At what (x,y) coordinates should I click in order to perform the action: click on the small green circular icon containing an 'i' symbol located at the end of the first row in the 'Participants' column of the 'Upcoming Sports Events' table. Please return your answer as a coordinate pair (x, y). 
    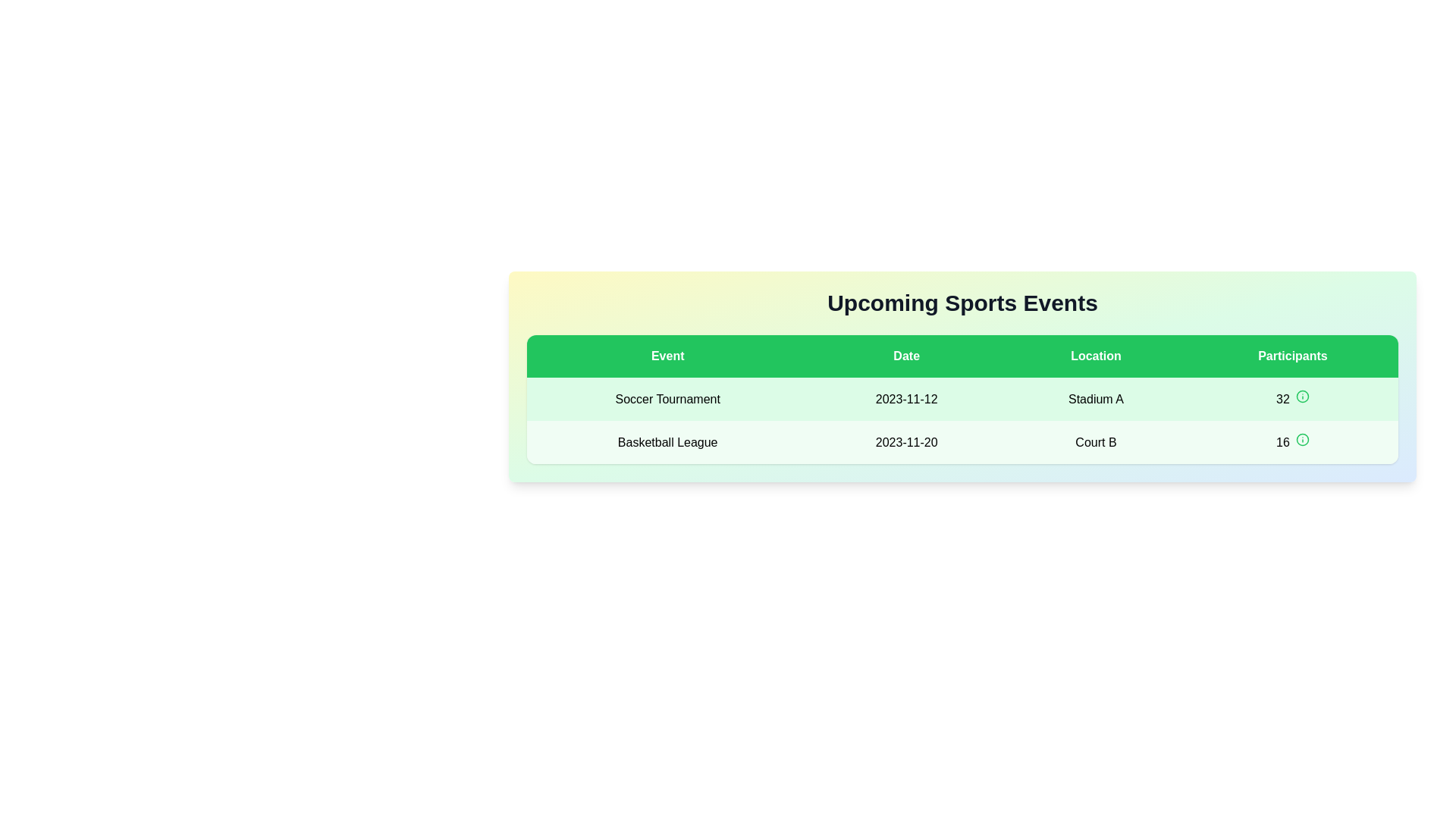
    Looking at the image, I should click on (1301, 396).